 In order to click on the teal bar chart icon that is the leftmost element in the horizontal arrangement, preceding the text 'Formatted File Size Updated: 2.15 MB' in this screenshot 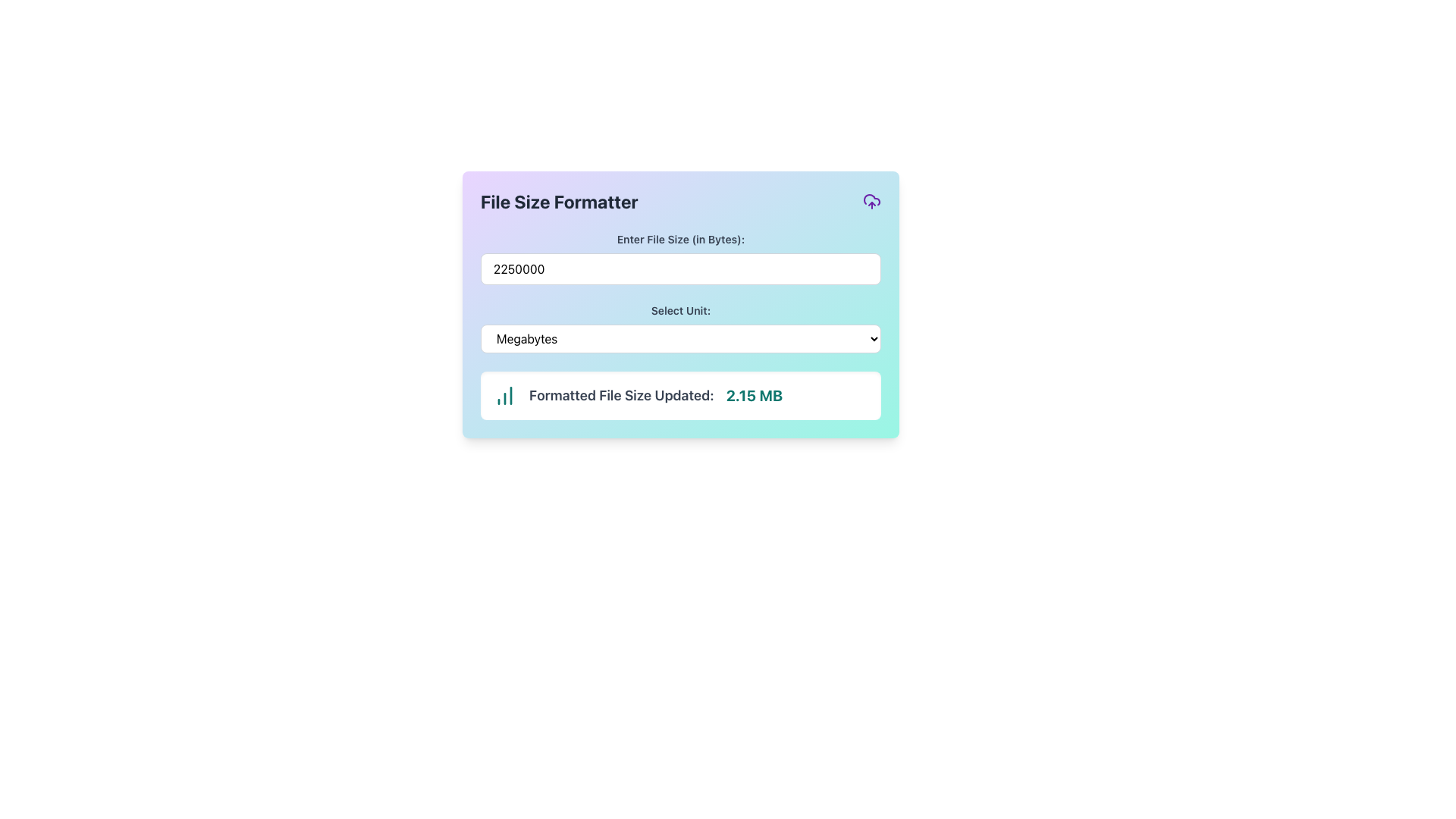, I will do `click(505, 394)`.